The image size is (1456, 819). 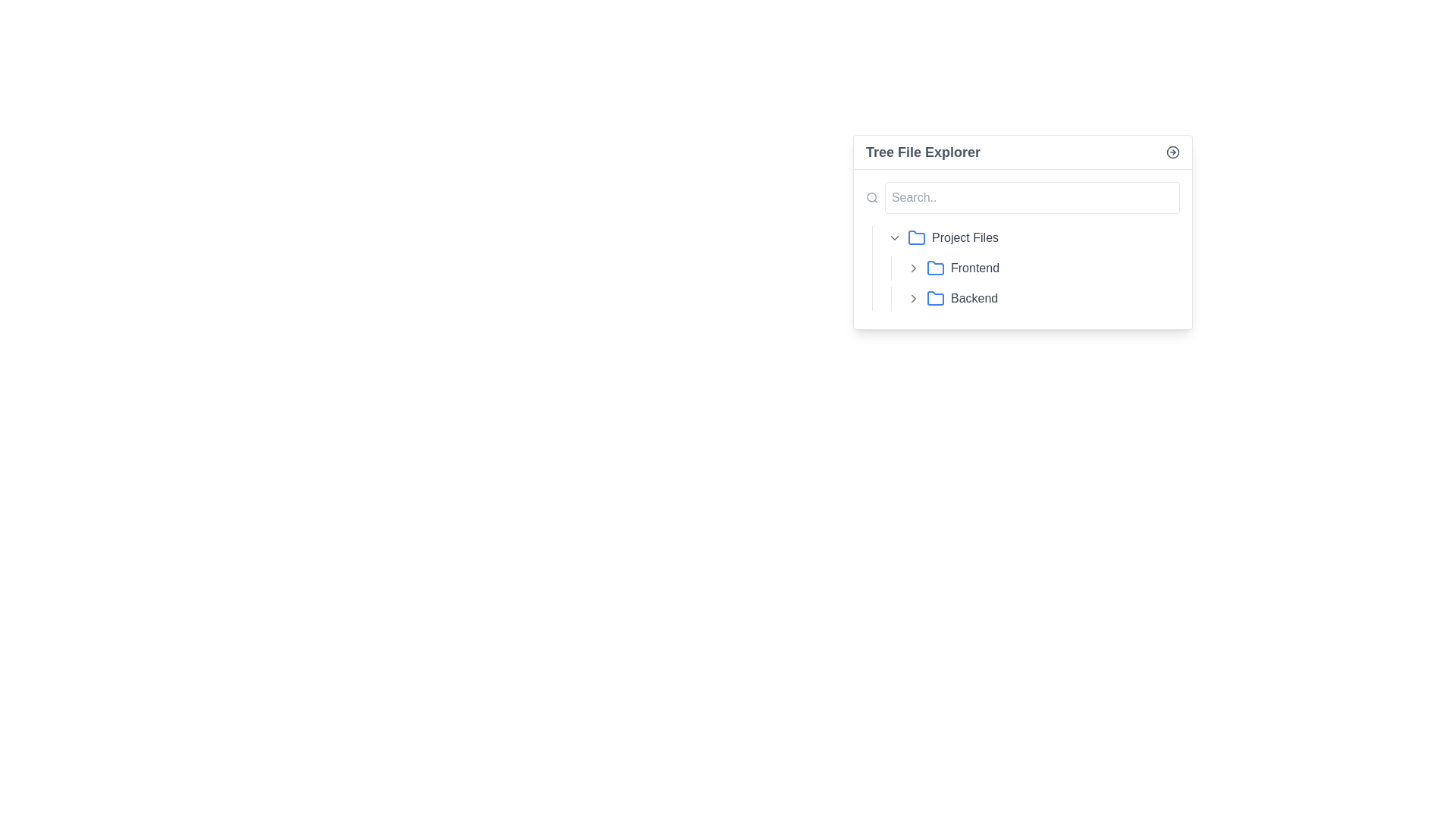 I want to click on the first item in the 'Project Files' section of the sidebar menu, so click(x=1031, y=237).